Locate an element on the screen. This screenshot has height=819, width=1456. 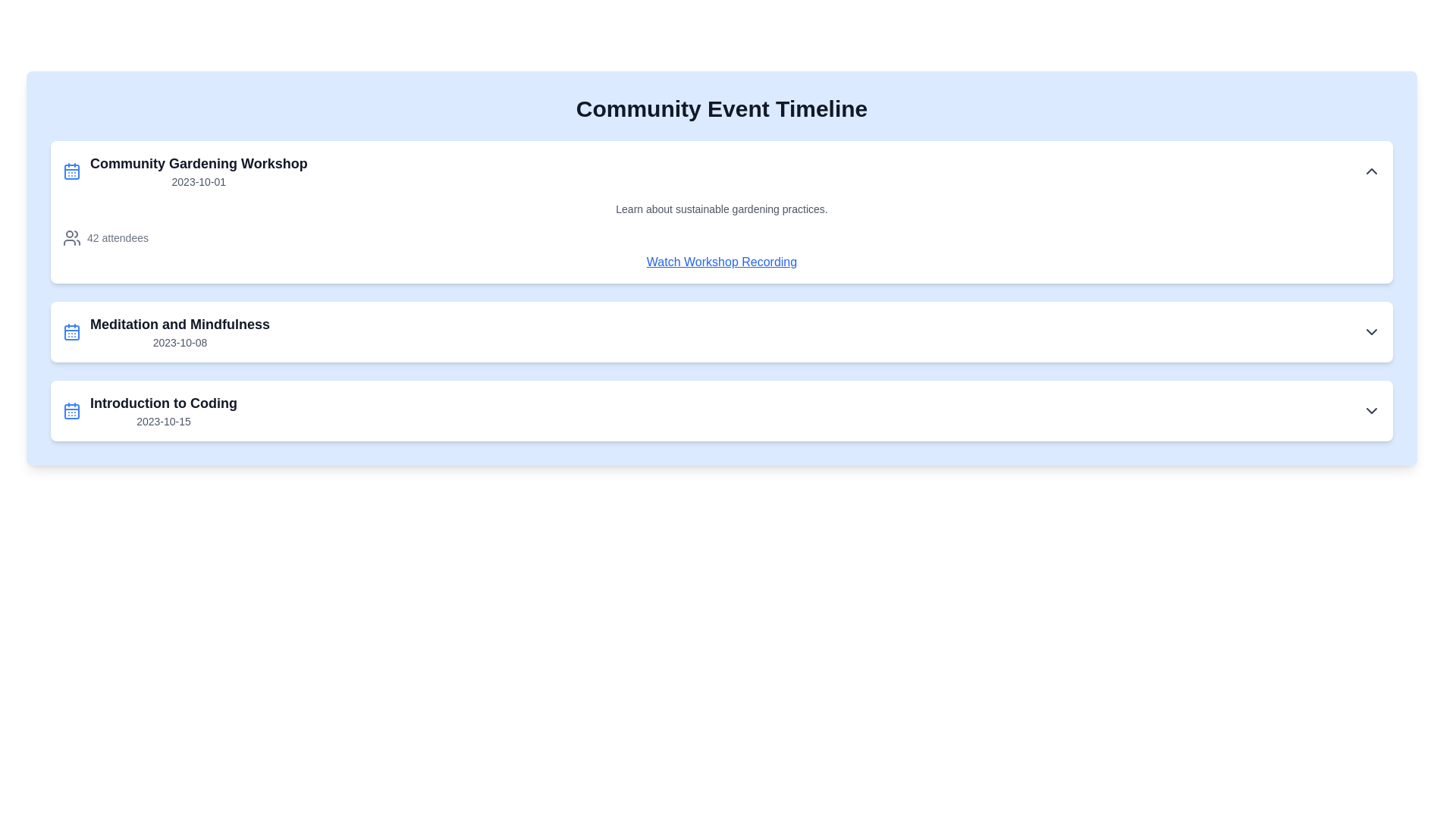
text content from the text block containing the title 'Introduction to Coding' and the subtitle '2023-10-15', which is located in the third entry of the event cards under 'Community Event Timeline' is located at coordinates (164, 411).